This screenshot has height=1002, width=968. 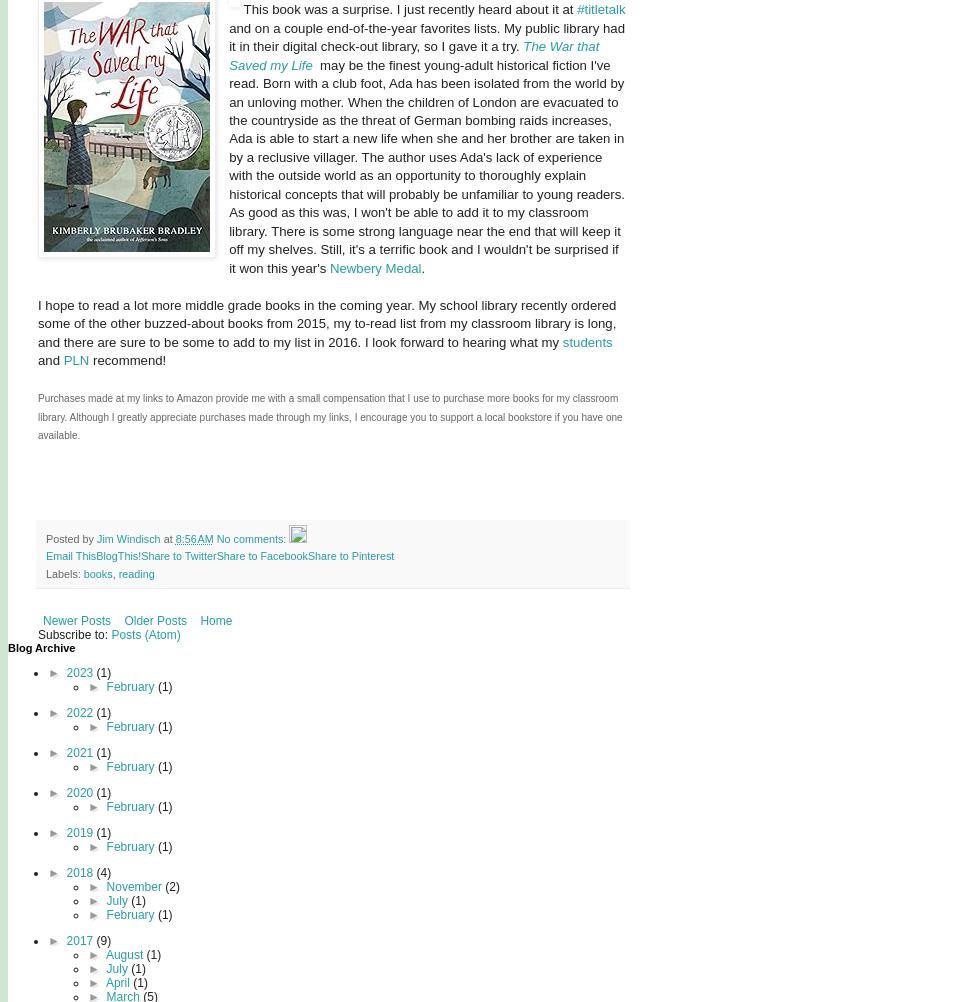 I want to click on 'Share to Pinterest', so click(x=305, y=556).